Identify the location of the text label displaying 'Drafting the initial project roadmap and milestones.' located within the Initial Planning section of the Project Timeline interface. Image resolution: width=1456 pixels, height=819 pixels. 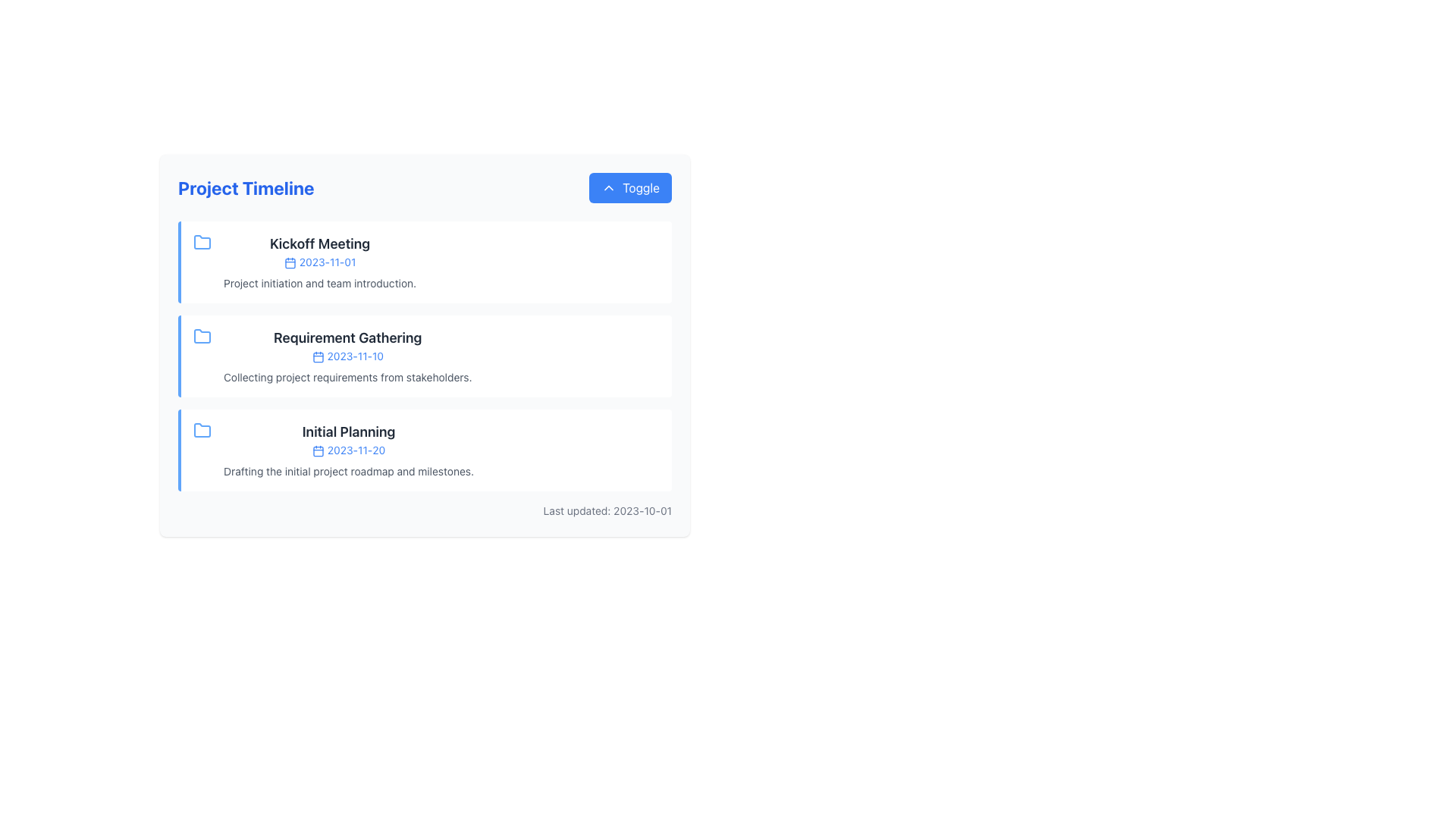
(348, 470).